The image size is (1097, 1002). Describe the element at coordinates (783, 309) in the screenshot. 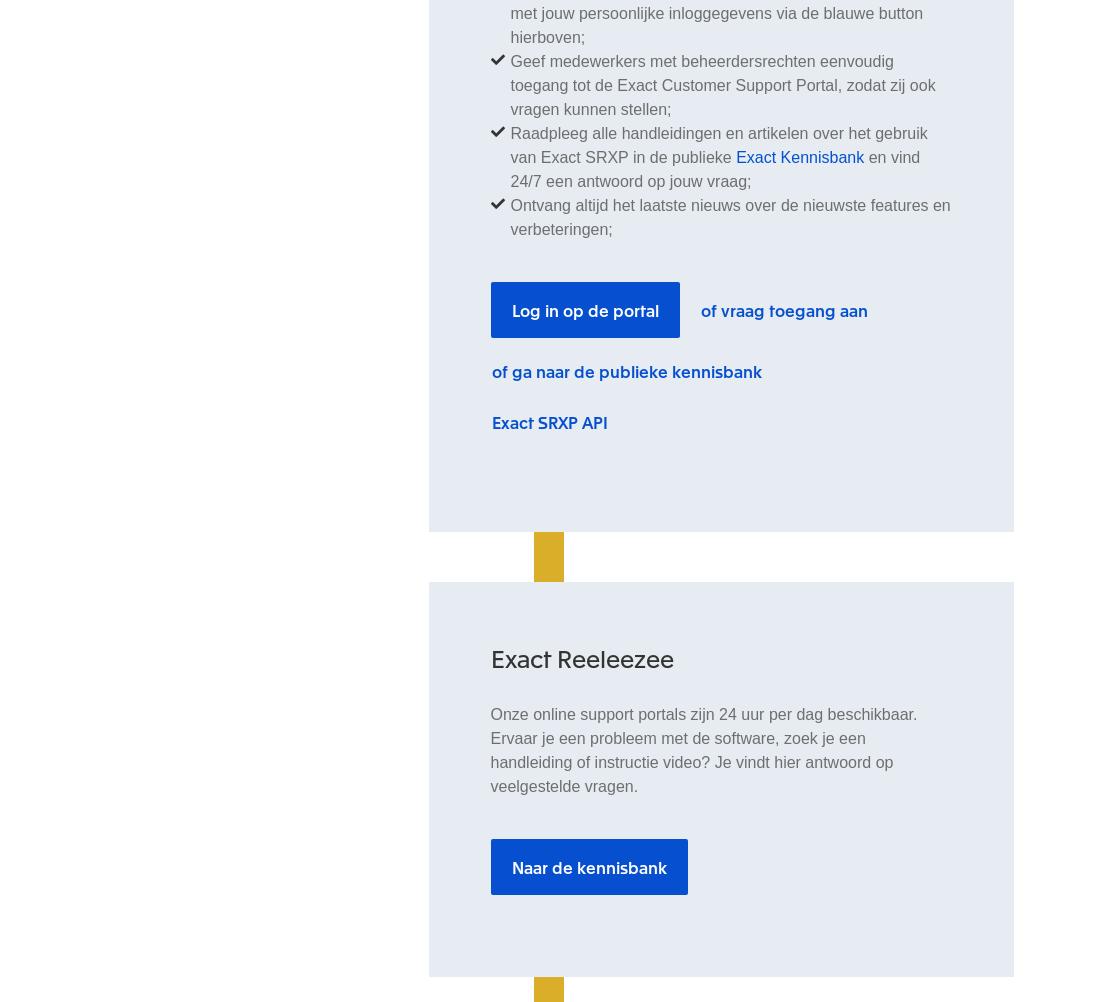

I see `'of vraag toegang aan'` at that location.